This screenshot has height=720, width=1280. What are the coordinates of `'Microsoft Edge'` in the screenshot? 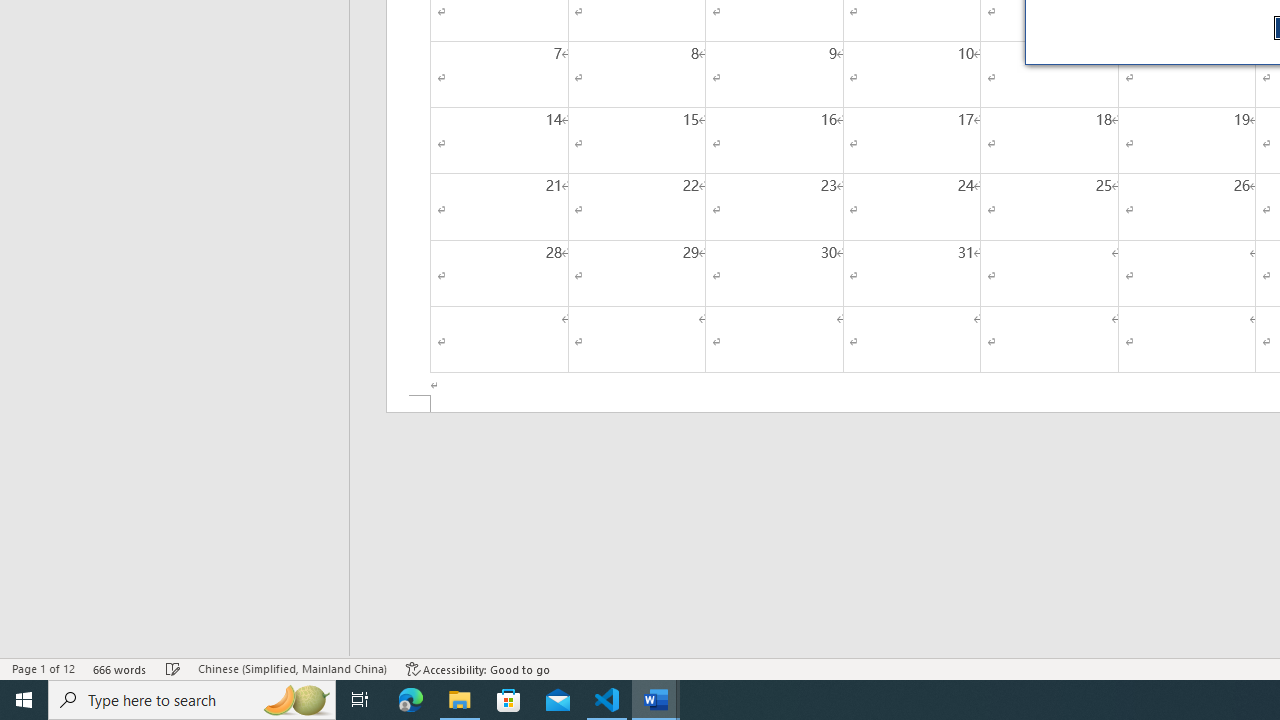 It's located at (410, 698).